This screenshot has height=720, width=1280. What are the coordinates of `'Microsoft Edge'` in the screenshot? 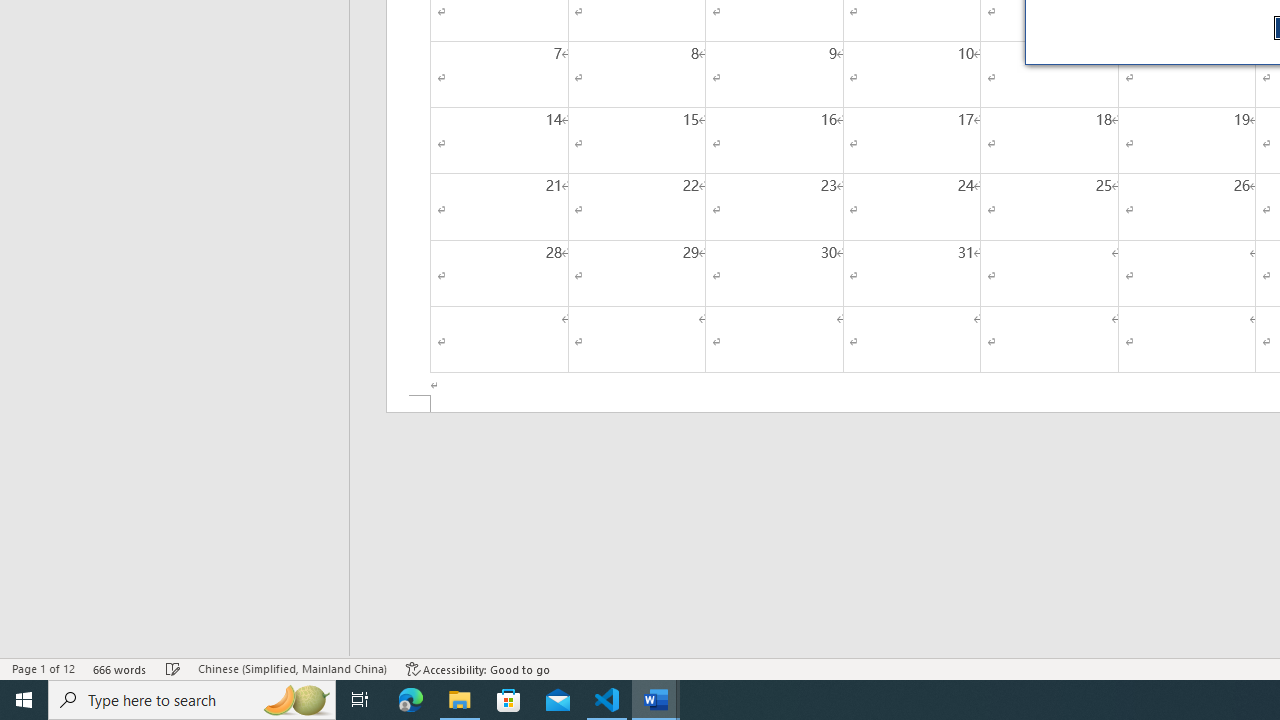 It's located at (410, 698).